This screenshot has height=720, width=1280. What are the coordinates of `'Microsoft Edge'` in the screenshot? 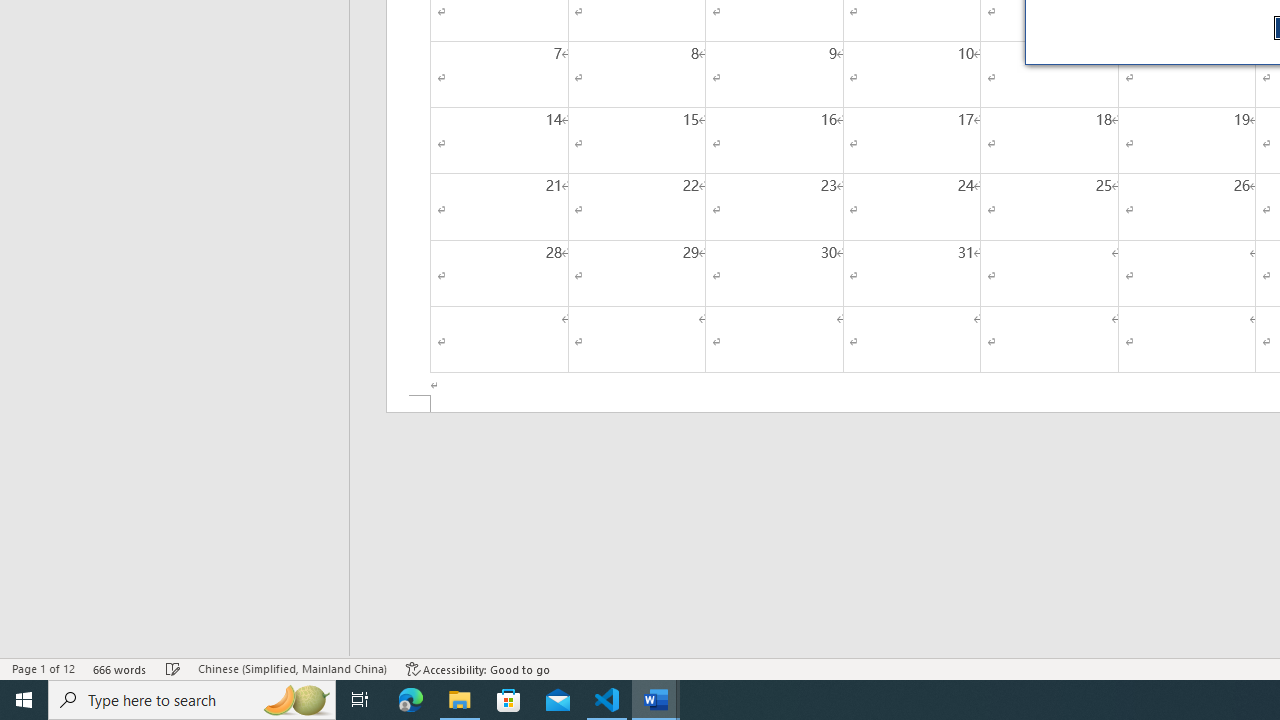 It's located at (410, 698).